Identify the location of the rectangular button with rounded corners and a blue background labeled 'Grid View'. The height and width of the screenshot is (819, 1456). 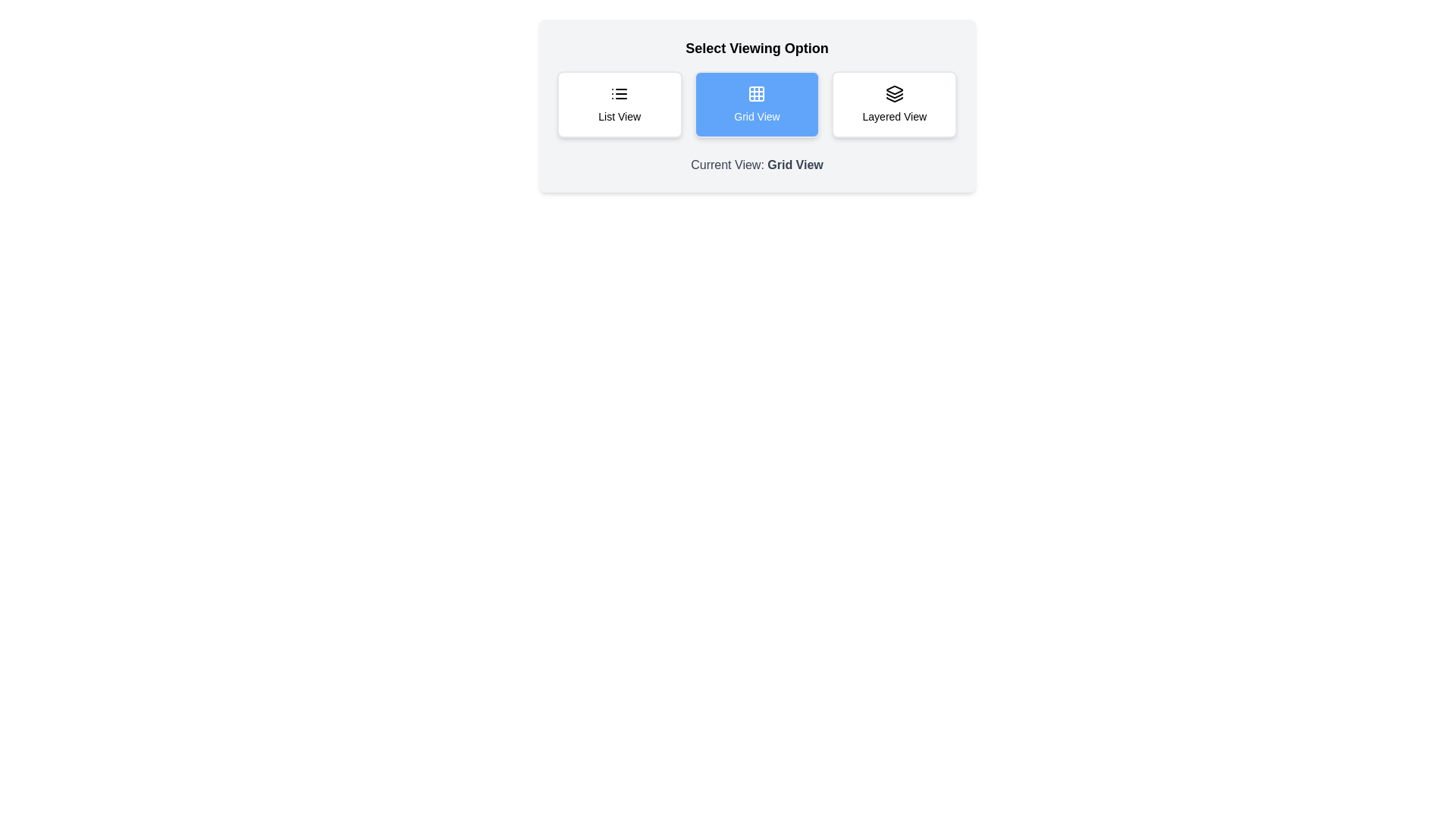
(757, 104).